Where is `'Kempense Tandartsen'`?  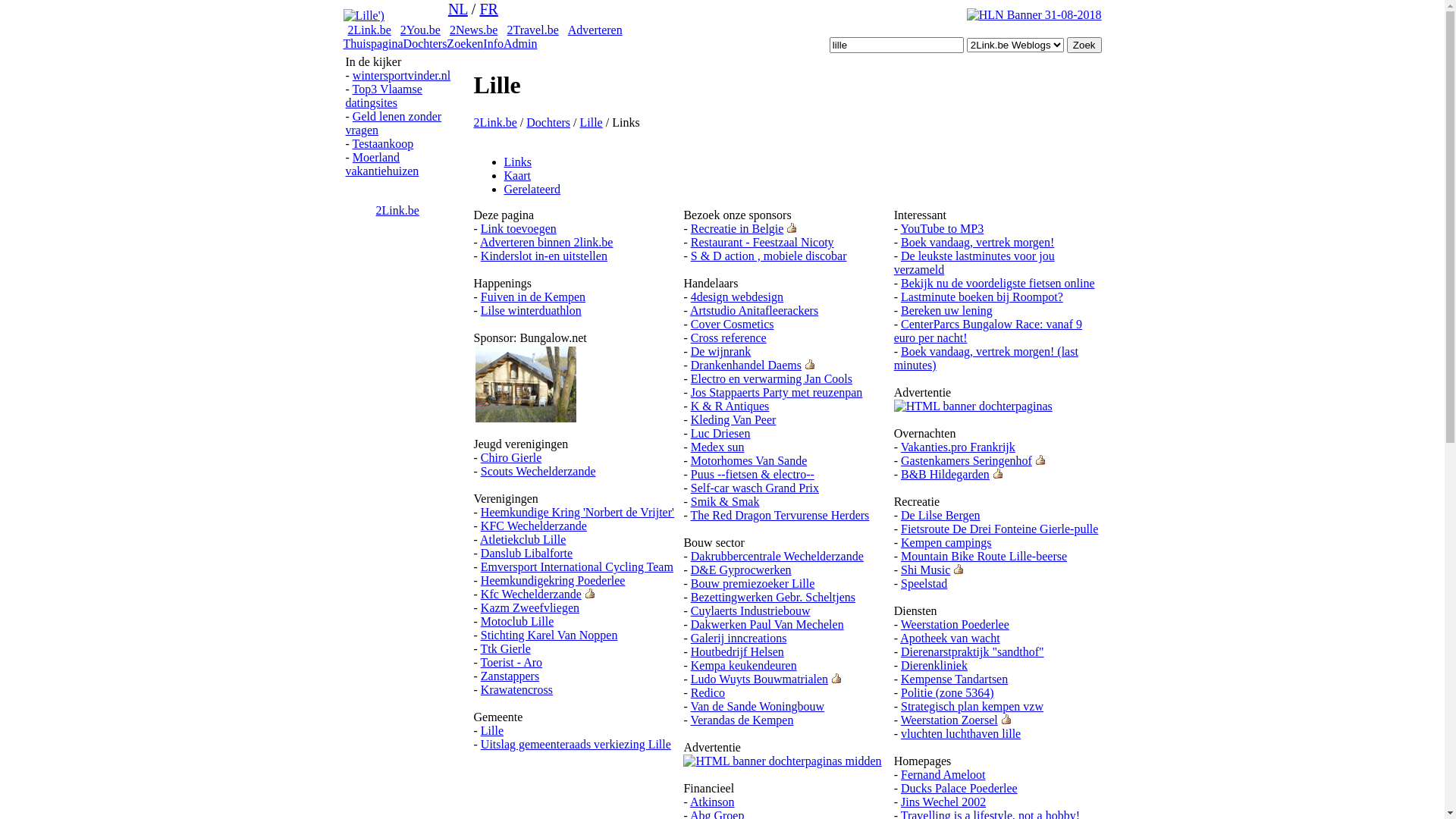
'Kempense Tandartsen' is located at coordinates (953, 678).